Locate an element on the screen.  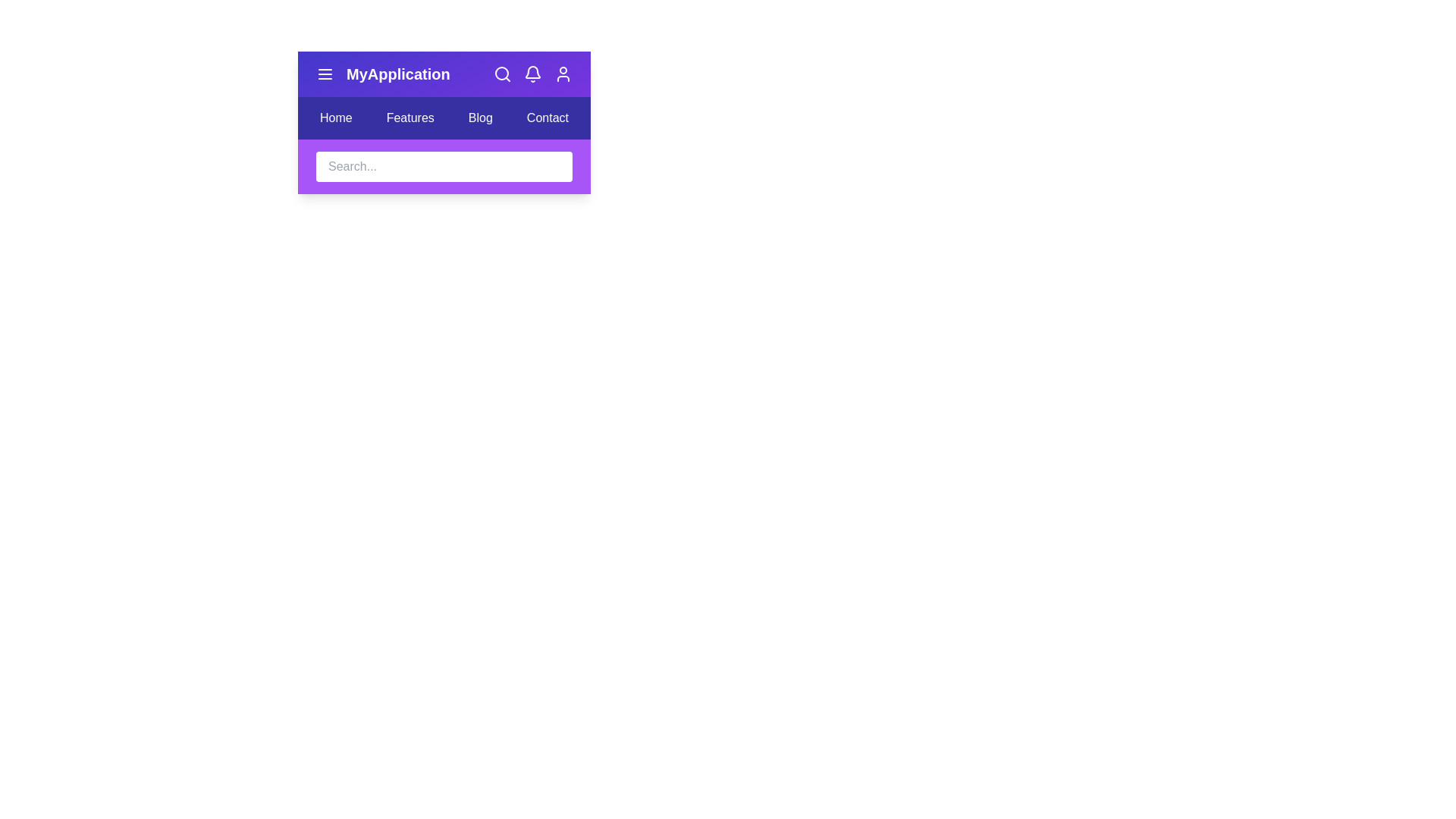
the notification bell icon is located at coordinates (532, 74).